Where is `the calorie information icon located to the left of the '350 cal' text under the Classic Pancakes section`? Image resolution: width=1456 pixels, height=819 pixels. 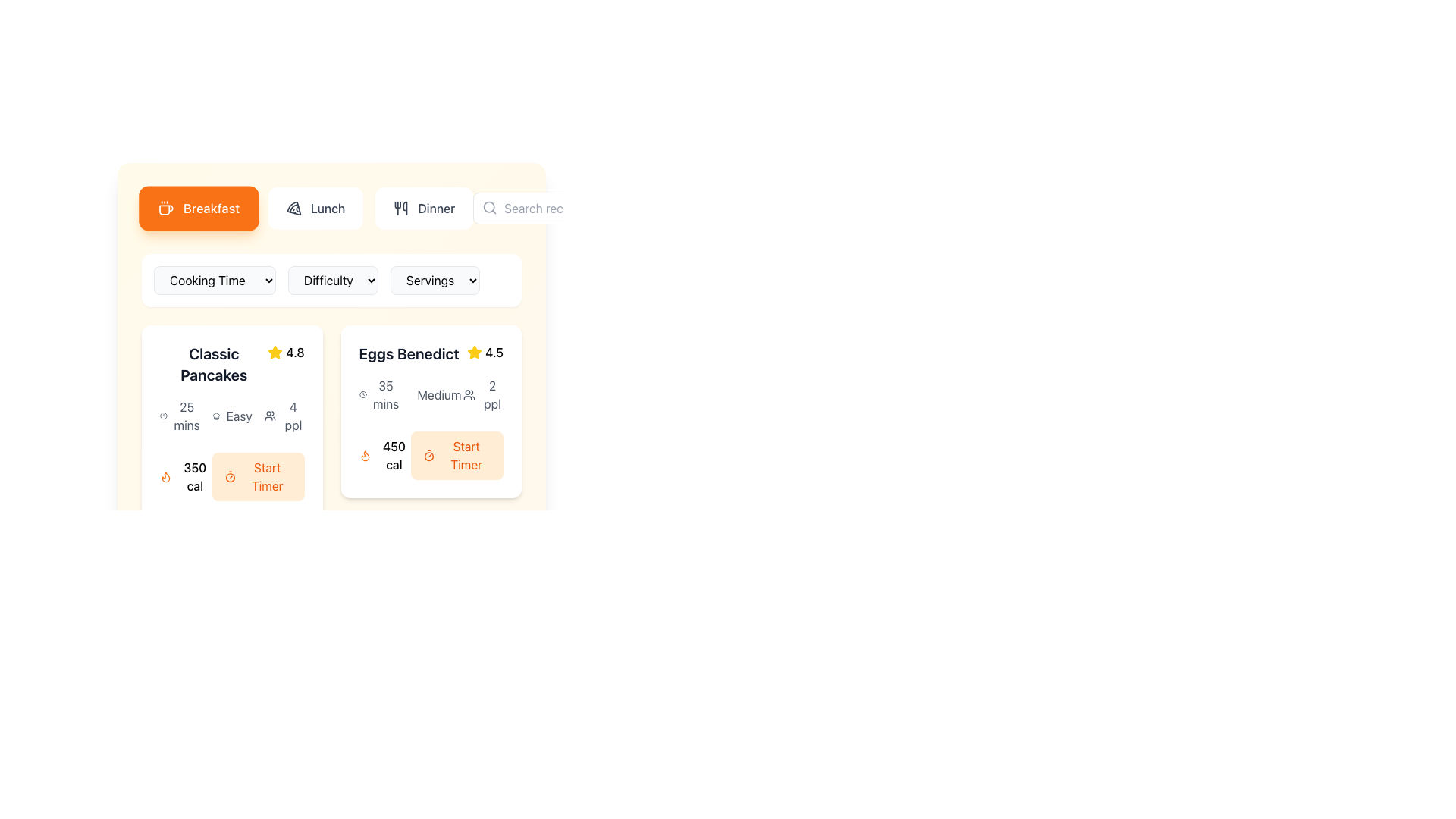 the calorie information icon located to the left of the '350 cal' text under the Classic Pancakes section is located at coordinates (166, 475).